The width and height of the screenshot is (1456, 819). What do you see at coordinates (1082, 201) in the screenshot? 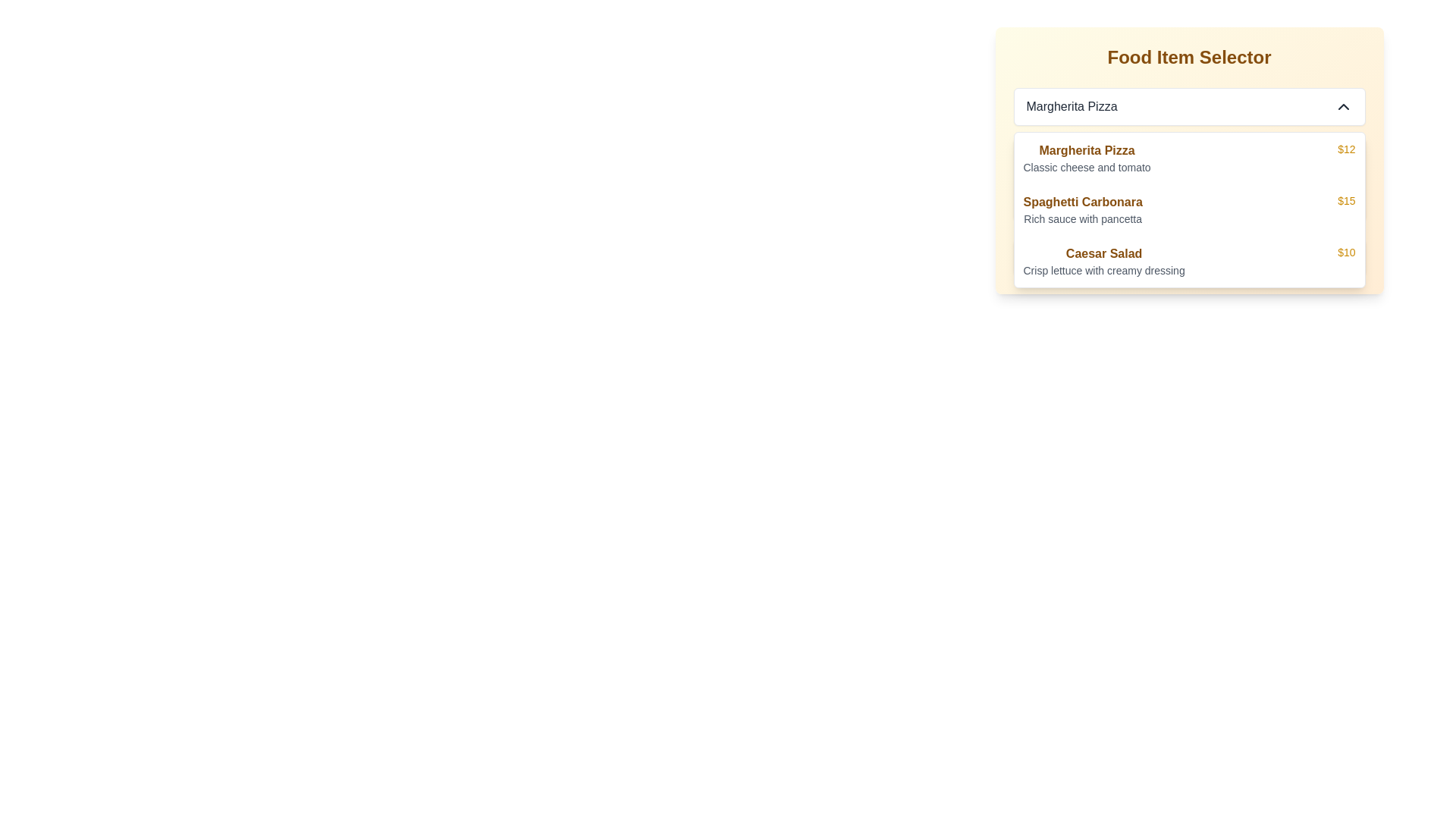
I see `the 'Spaghetti Carbonara' text label` at bounding box center [1082, 201].